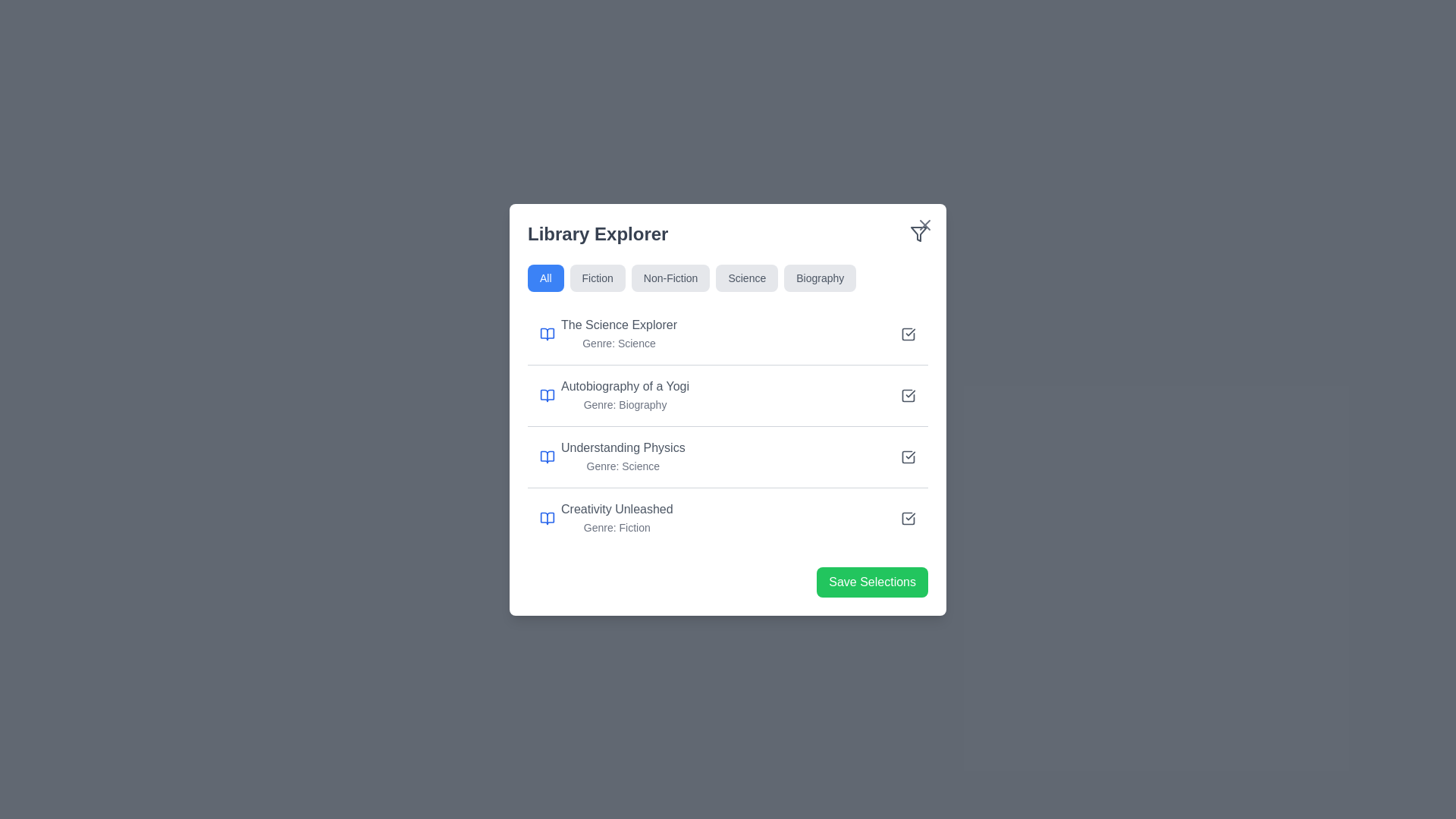 The height and width of the screenshot is (819, 1456). Describe the element at coordinates (908, 333) in the screenshot. I see `the checkbox for 'The Science Explorer - Genre: Science'` at that location.